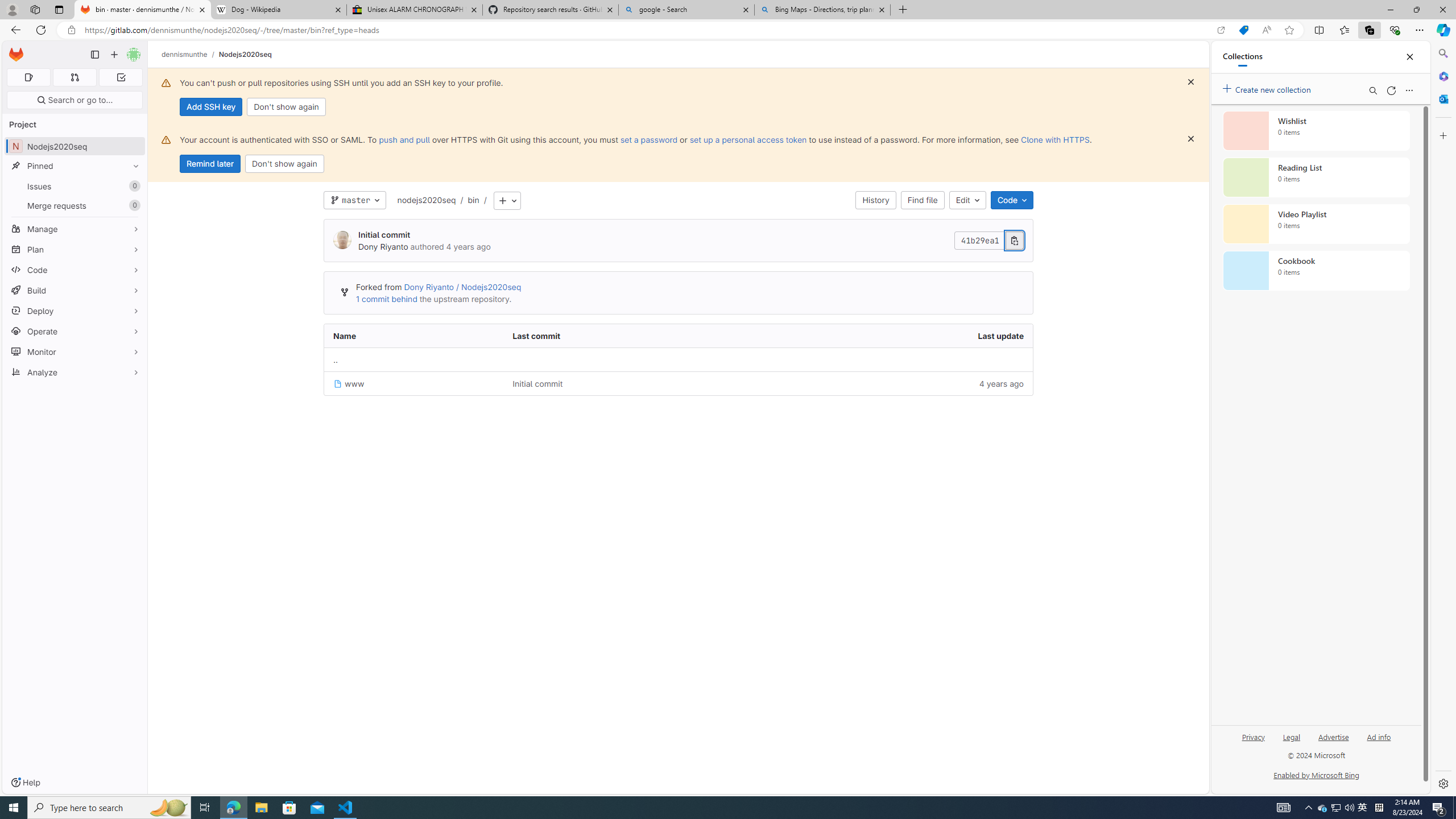  Describe the element at coordinates (1191, 139) in the screenshot. I see `'Dismiss'` at that location.